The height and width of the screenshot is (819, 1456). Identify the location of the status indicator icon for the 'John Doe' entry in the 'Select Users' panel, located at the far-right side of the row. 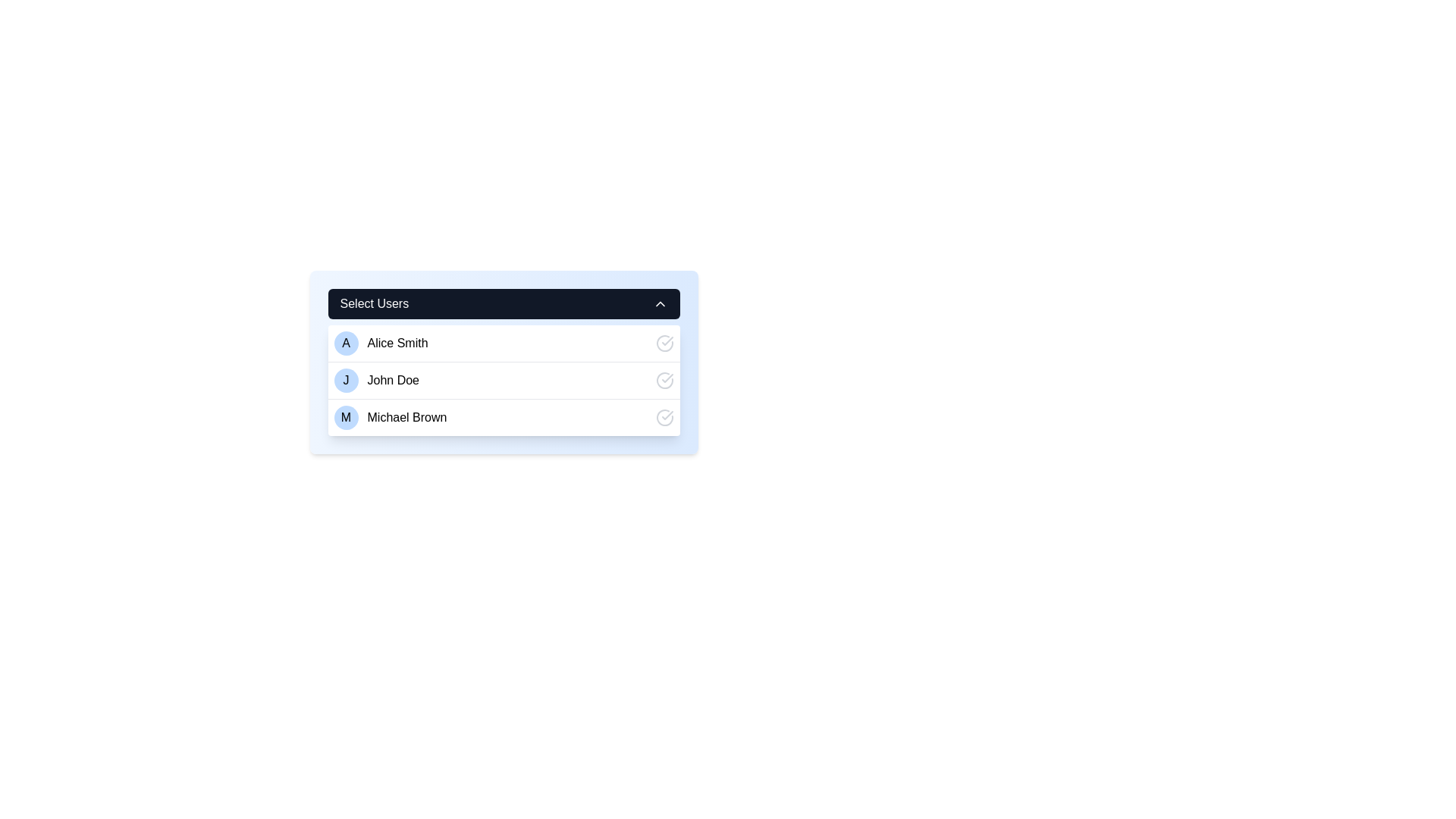
(664, 379).